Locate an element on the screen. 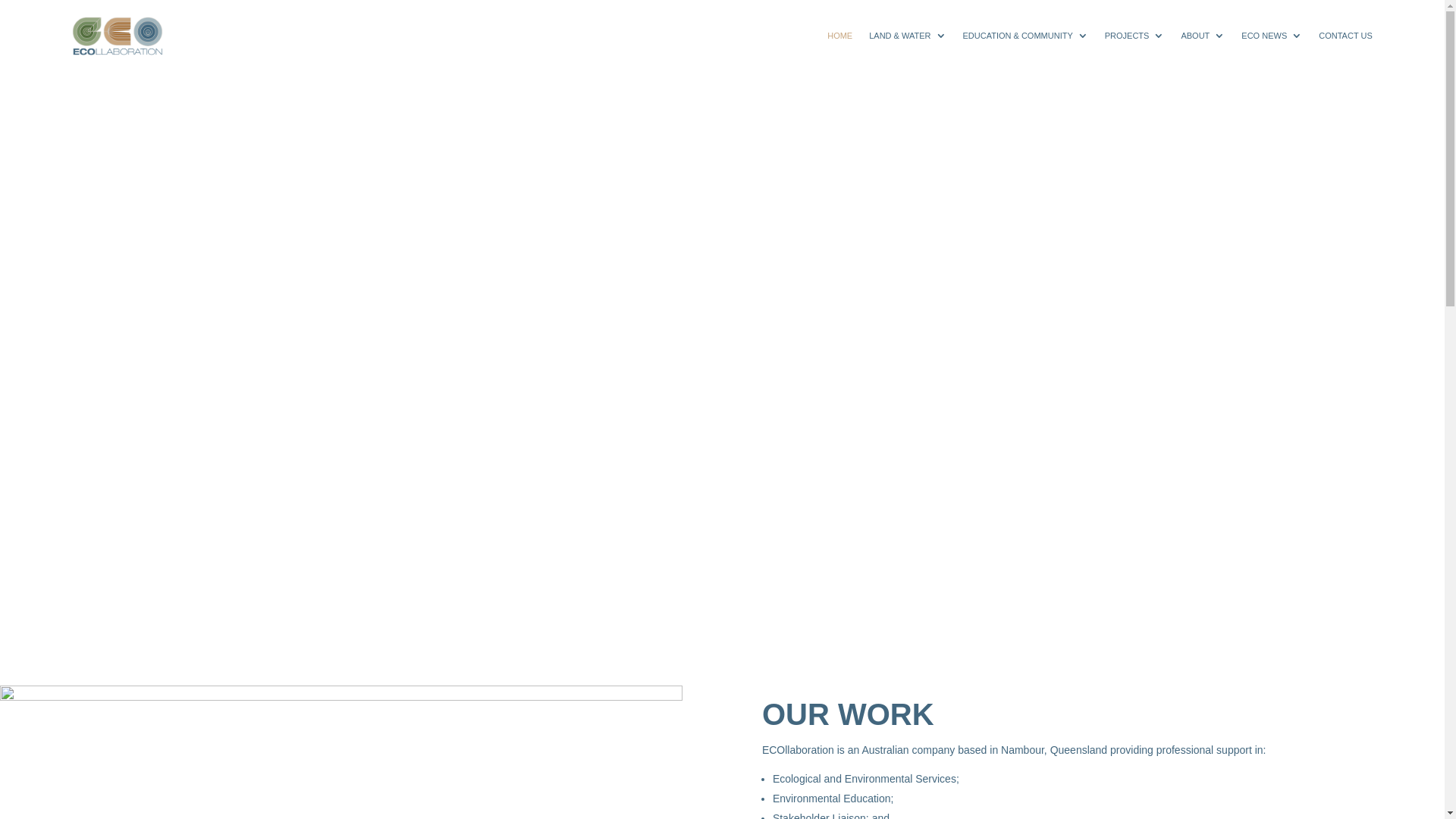 The image size is (1456, 819). 'ABOUT' is located at coordinates (1179, 35).